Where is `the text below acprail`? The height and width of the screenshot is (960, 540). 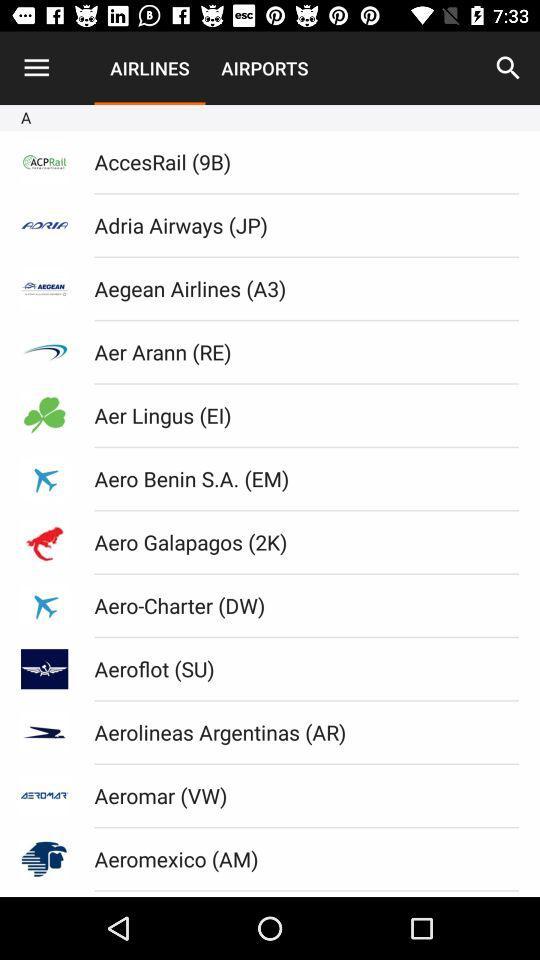 the text below acprail is located at coordinates (44, 225).